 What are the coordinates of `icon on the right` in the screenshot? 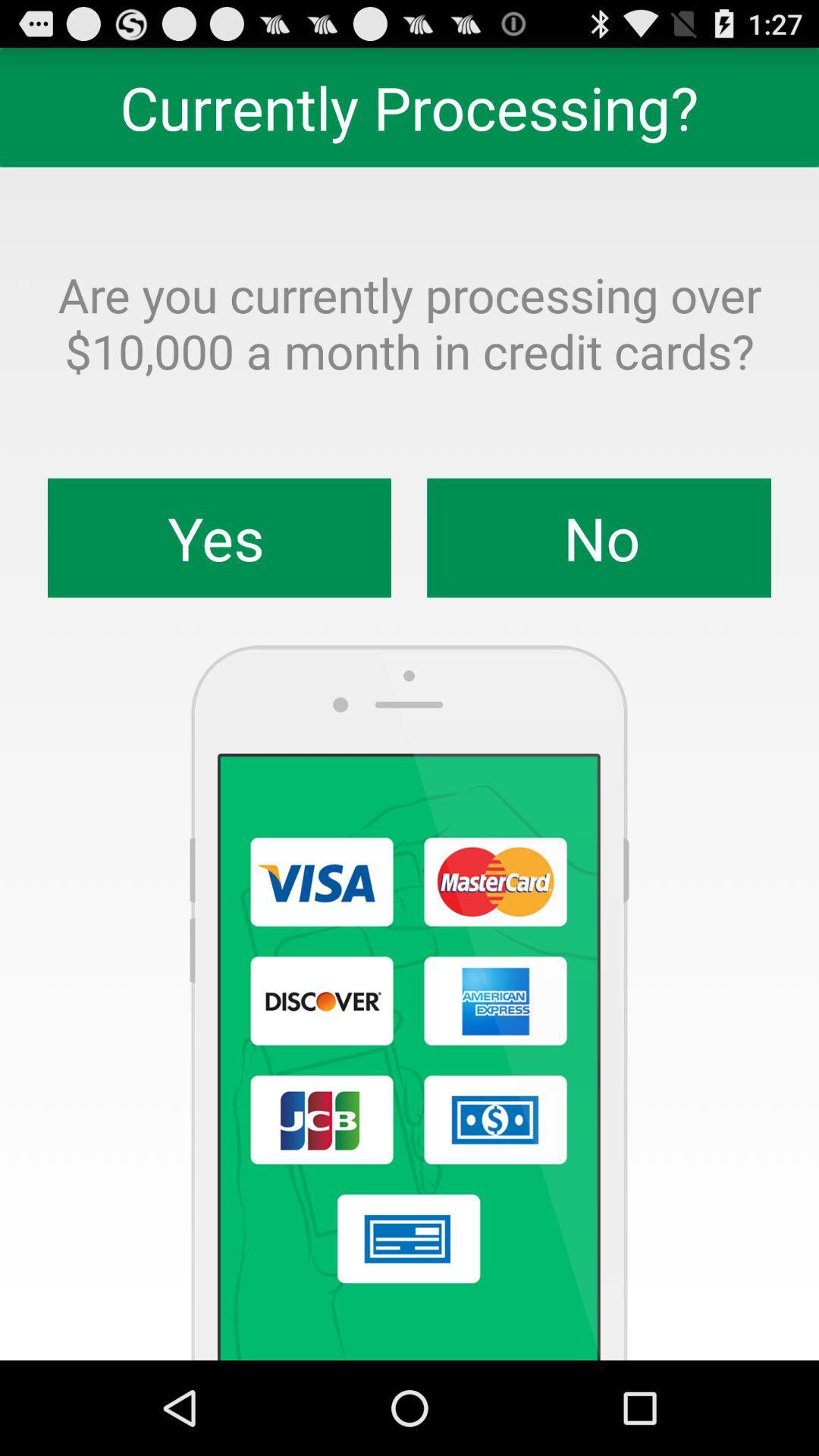 It's located at (598, 538).